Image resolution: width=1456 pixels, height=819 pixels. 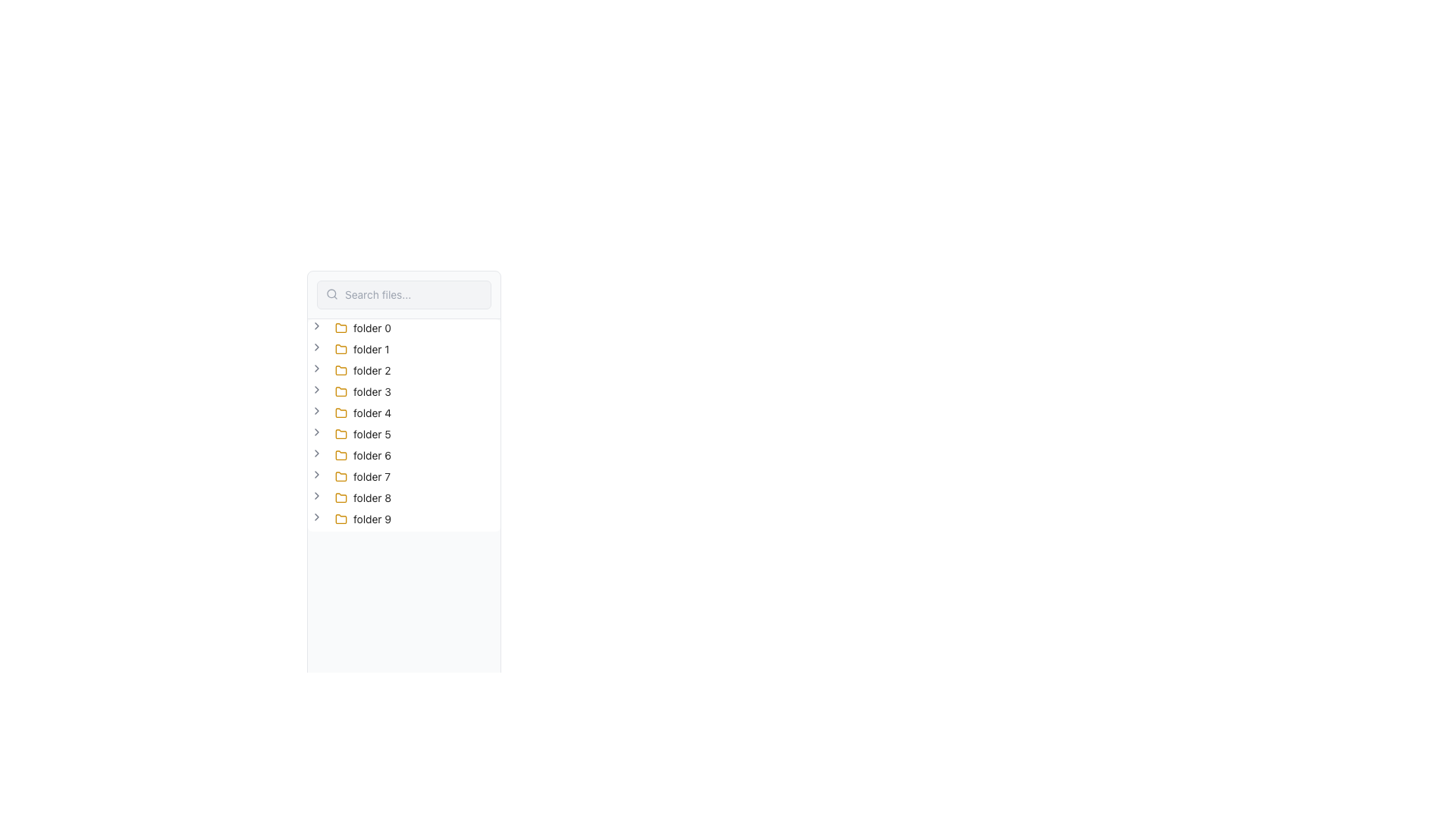 What do you see at coordinates (362, 497) in the screenshot?
I see `the folder entry in the hierarchical tree structure that is the eighth row, located below 'folder 7' and above 'folder 9'` at bounding box center [362, 497].